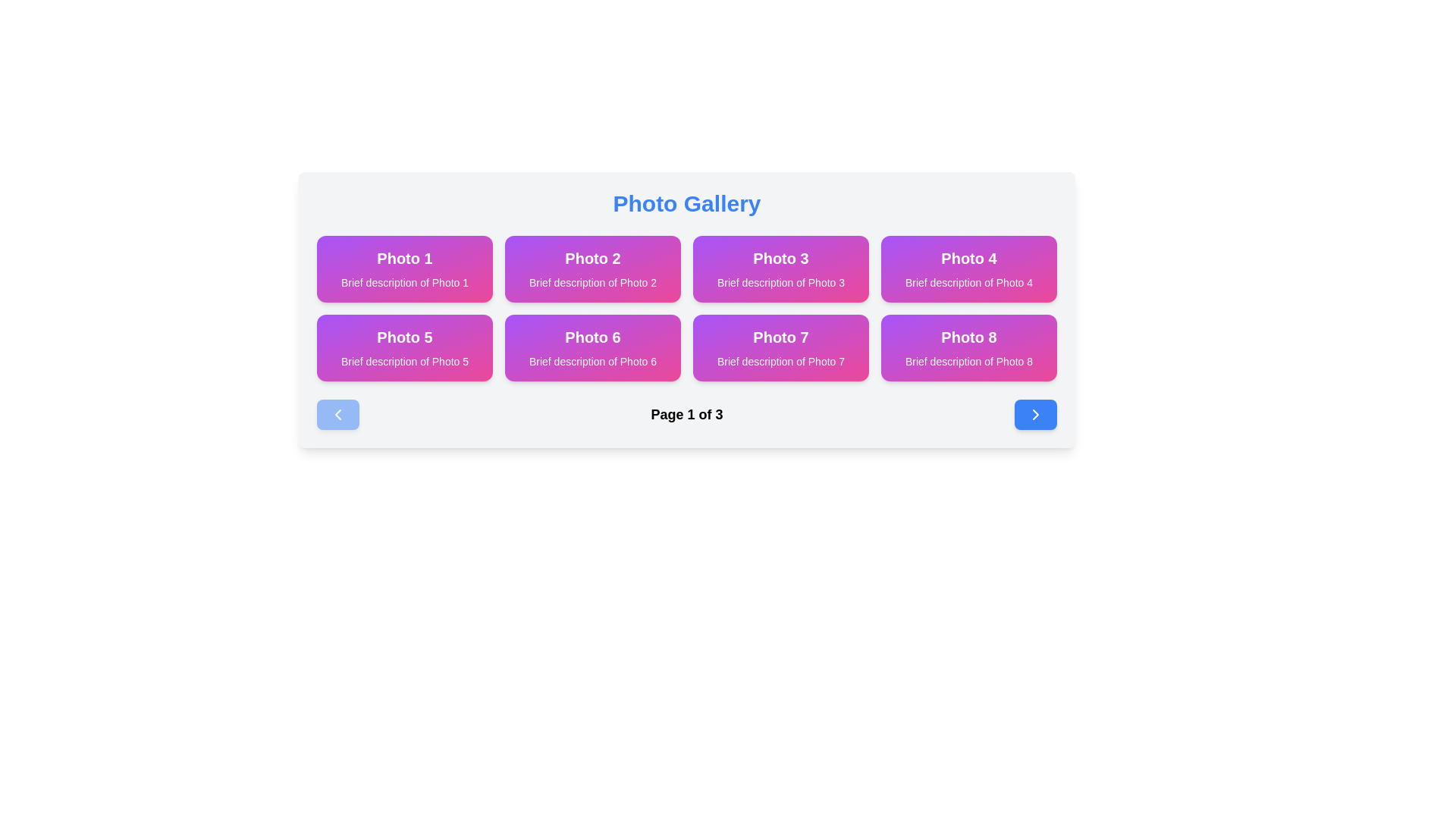  I want to click on the label providing additional context for the photo titled 'Photo 6', located below the heading in the second row, third column of the grid, so click(592, 362).